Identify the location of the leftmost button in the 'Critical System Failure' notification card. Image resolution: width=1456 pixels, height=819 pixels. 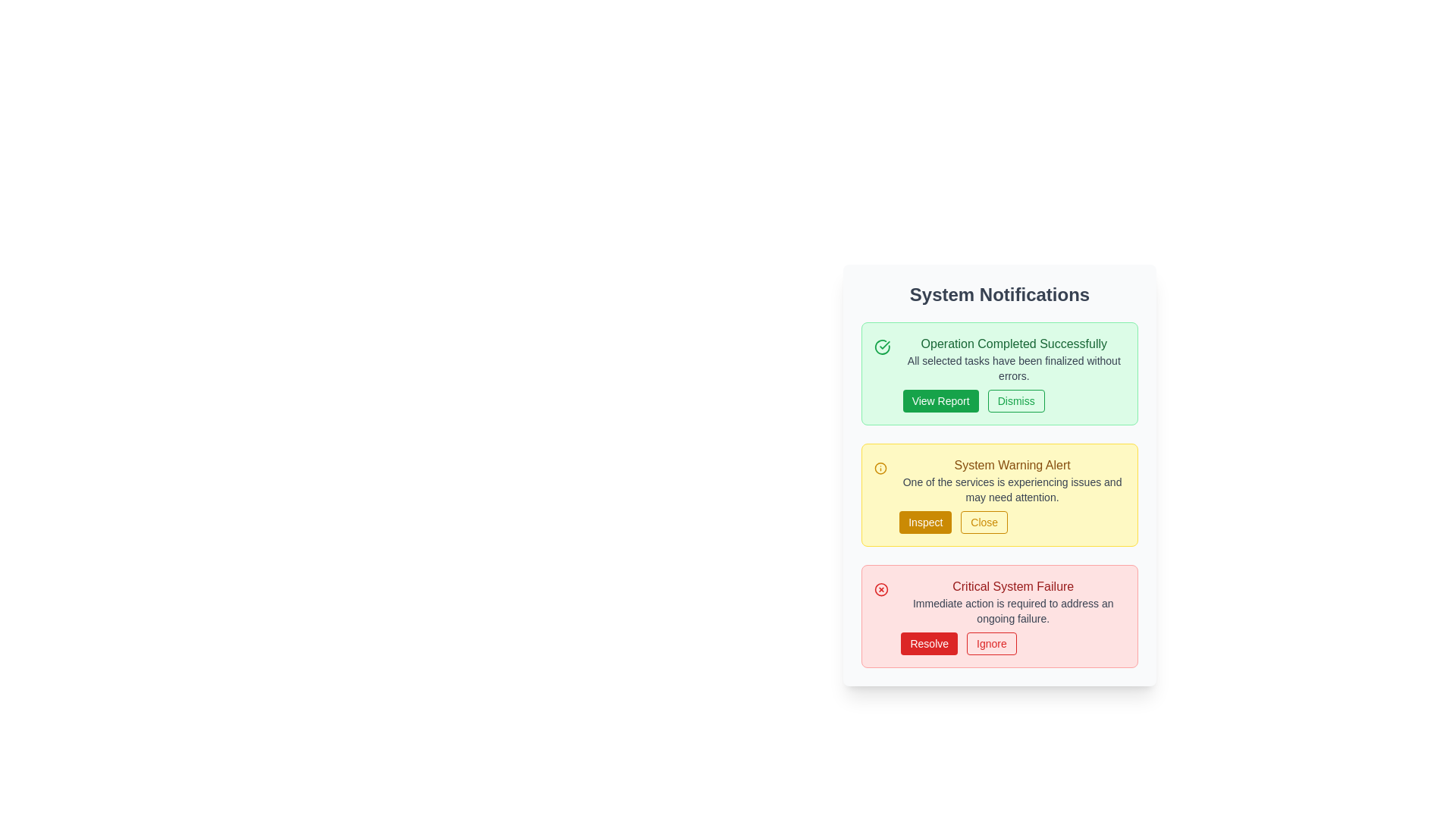
(928, 643).